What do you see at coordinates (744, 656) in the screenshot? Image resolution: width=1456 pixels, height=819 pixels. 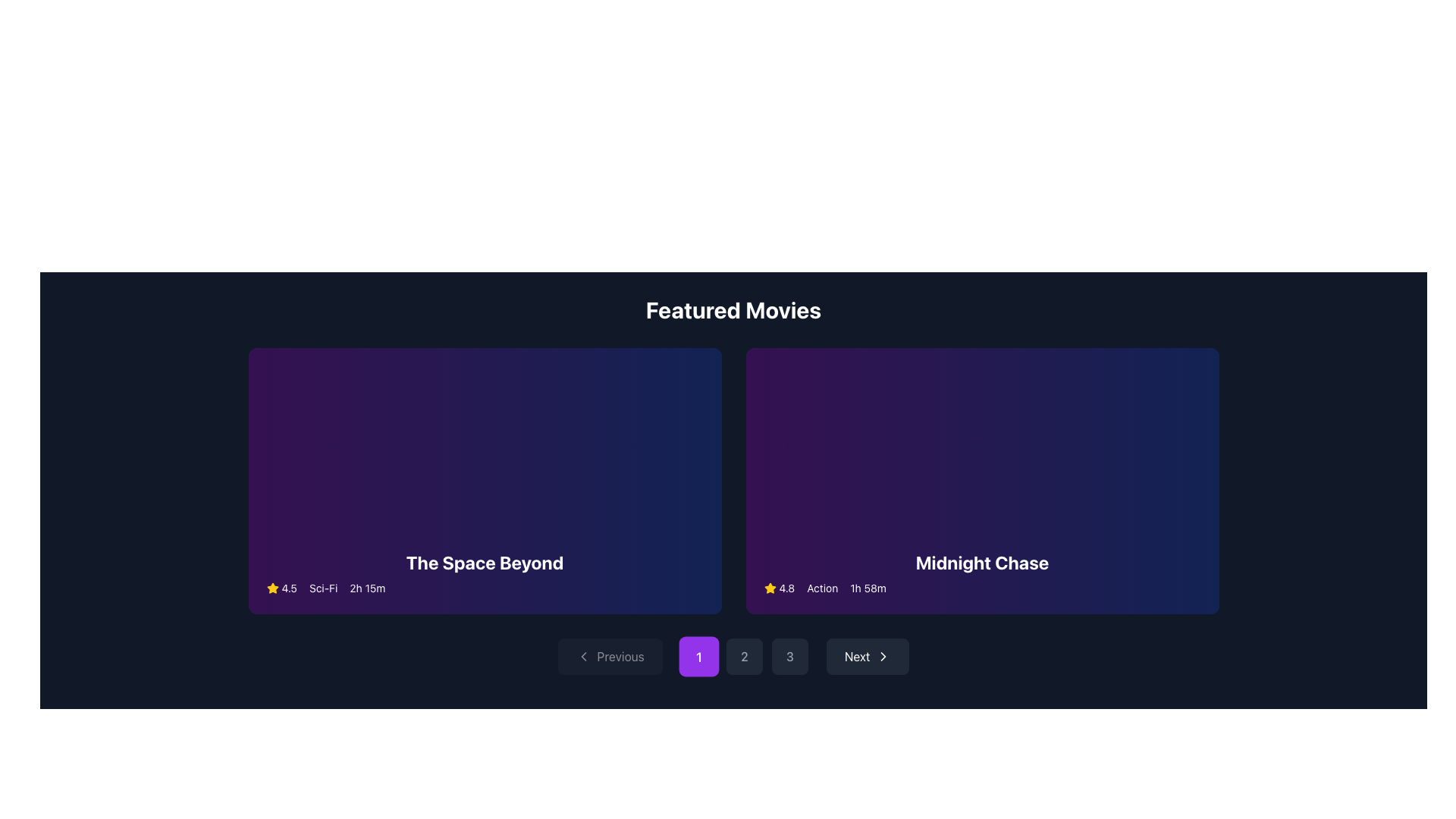 I see `the pagination button labeled '2' with a dark gray background` at bounding box center [744, 656].